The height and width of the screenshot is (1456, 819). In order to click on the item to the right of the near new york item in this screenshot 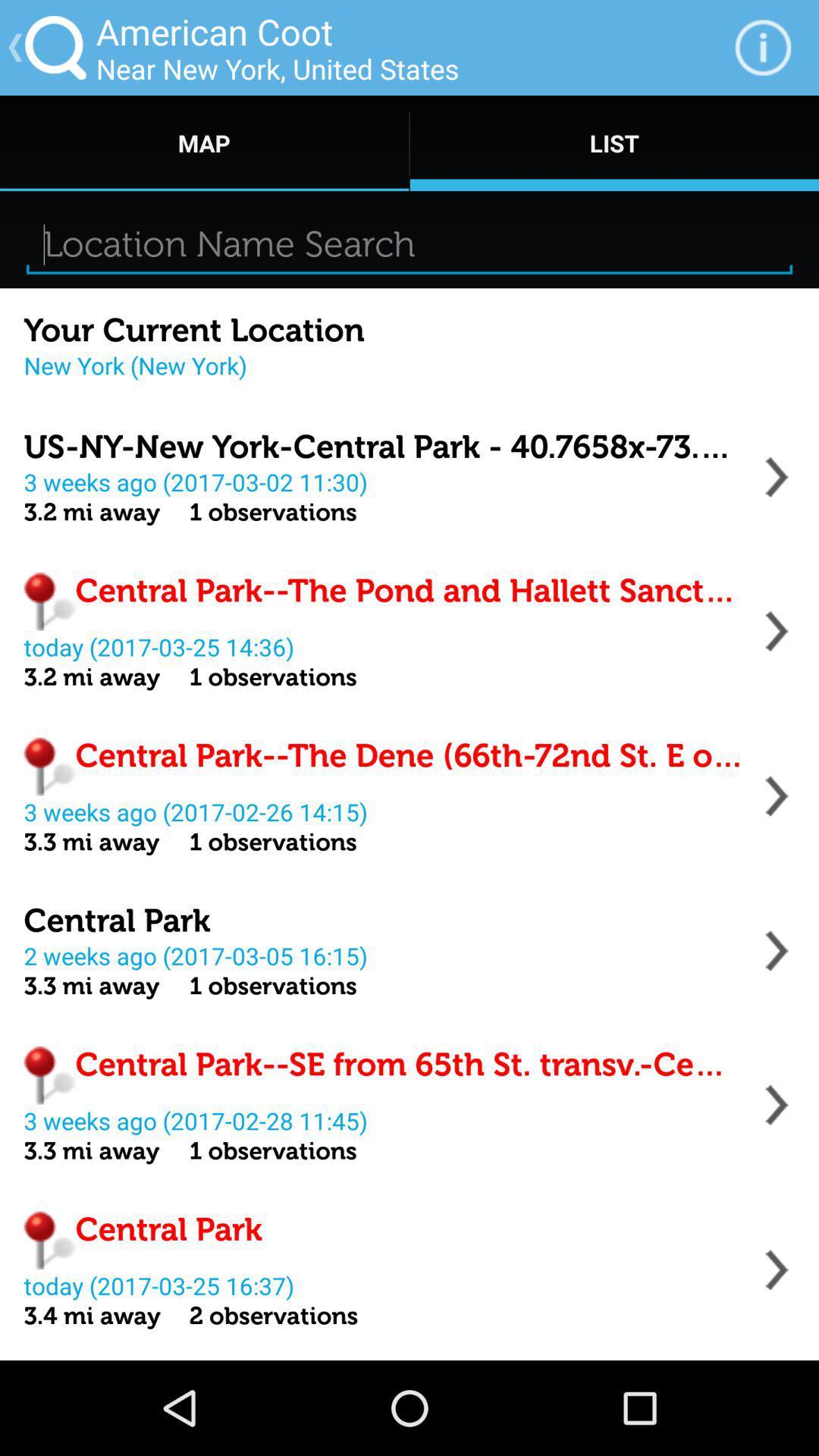, I will do `click(763, 47)`.